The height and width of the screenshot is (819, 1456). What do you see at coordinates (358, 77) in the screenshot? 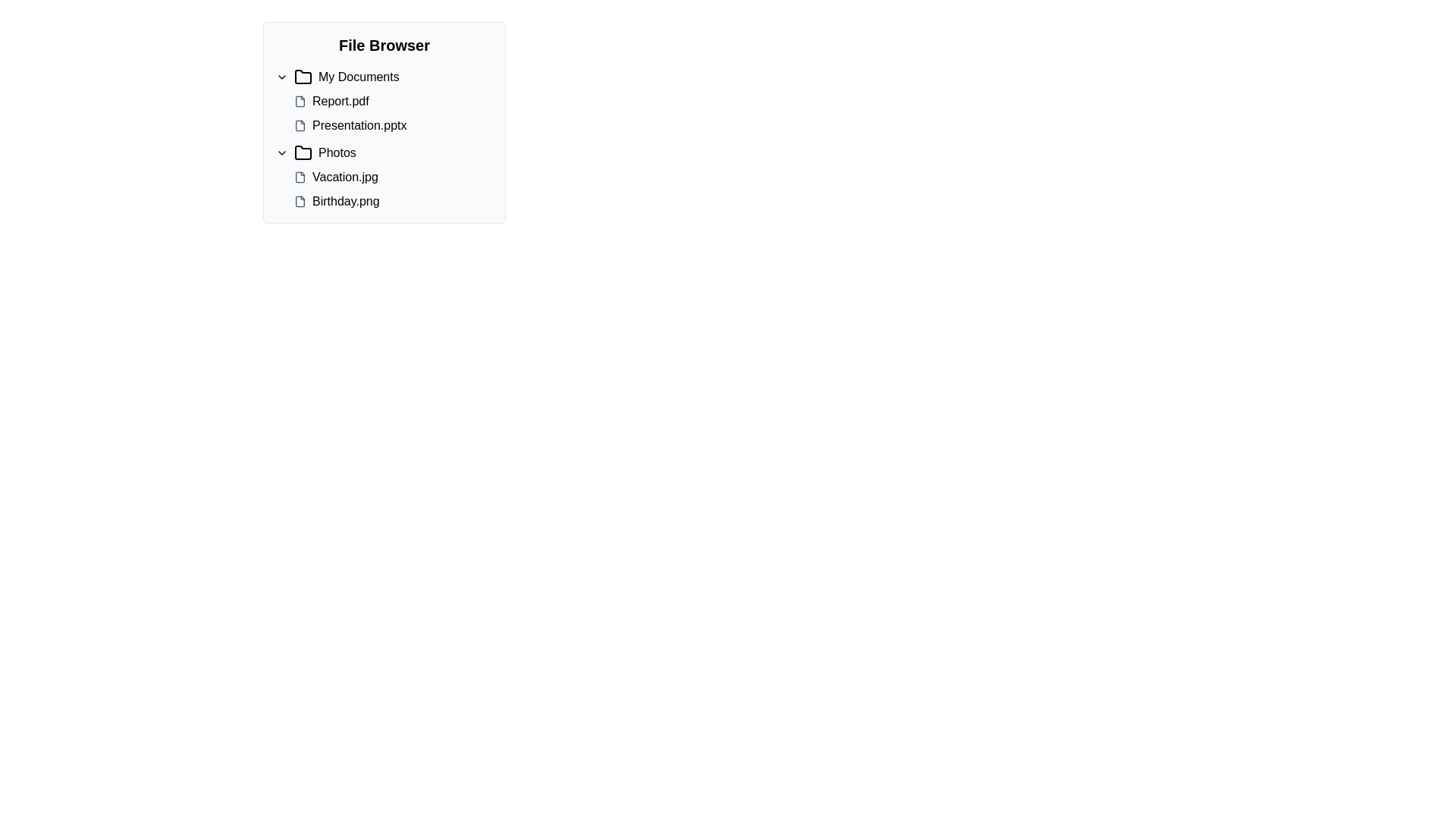
I see `text label that identifies the 'My Documents' folder, located within the folder tree structure of the file browser interface` at bounding box center [358, 77].